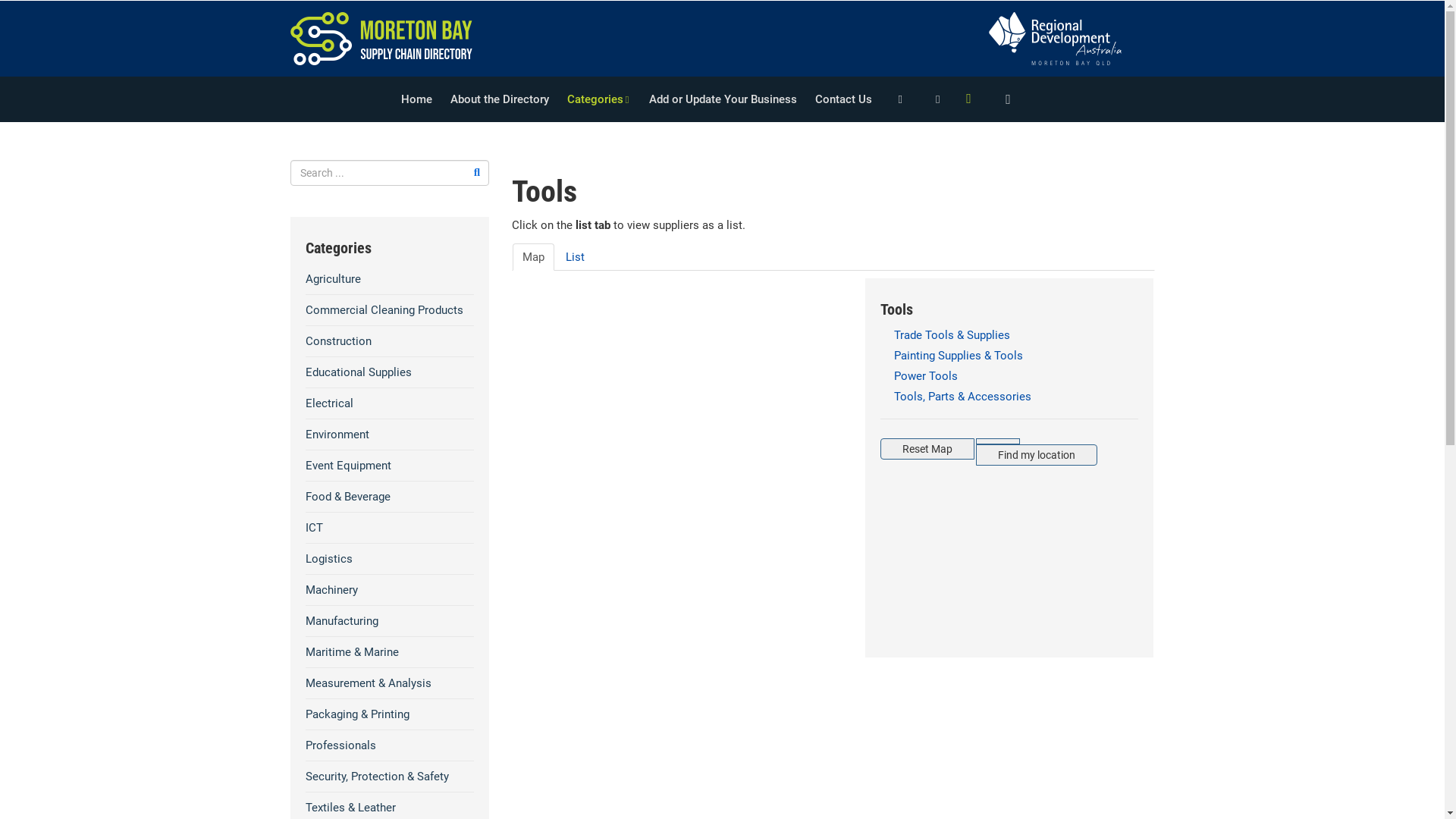  What do you see at coordinates (304, 745) in the screenshot?
I see `'Professionals'` at bounding box center [304, 745].